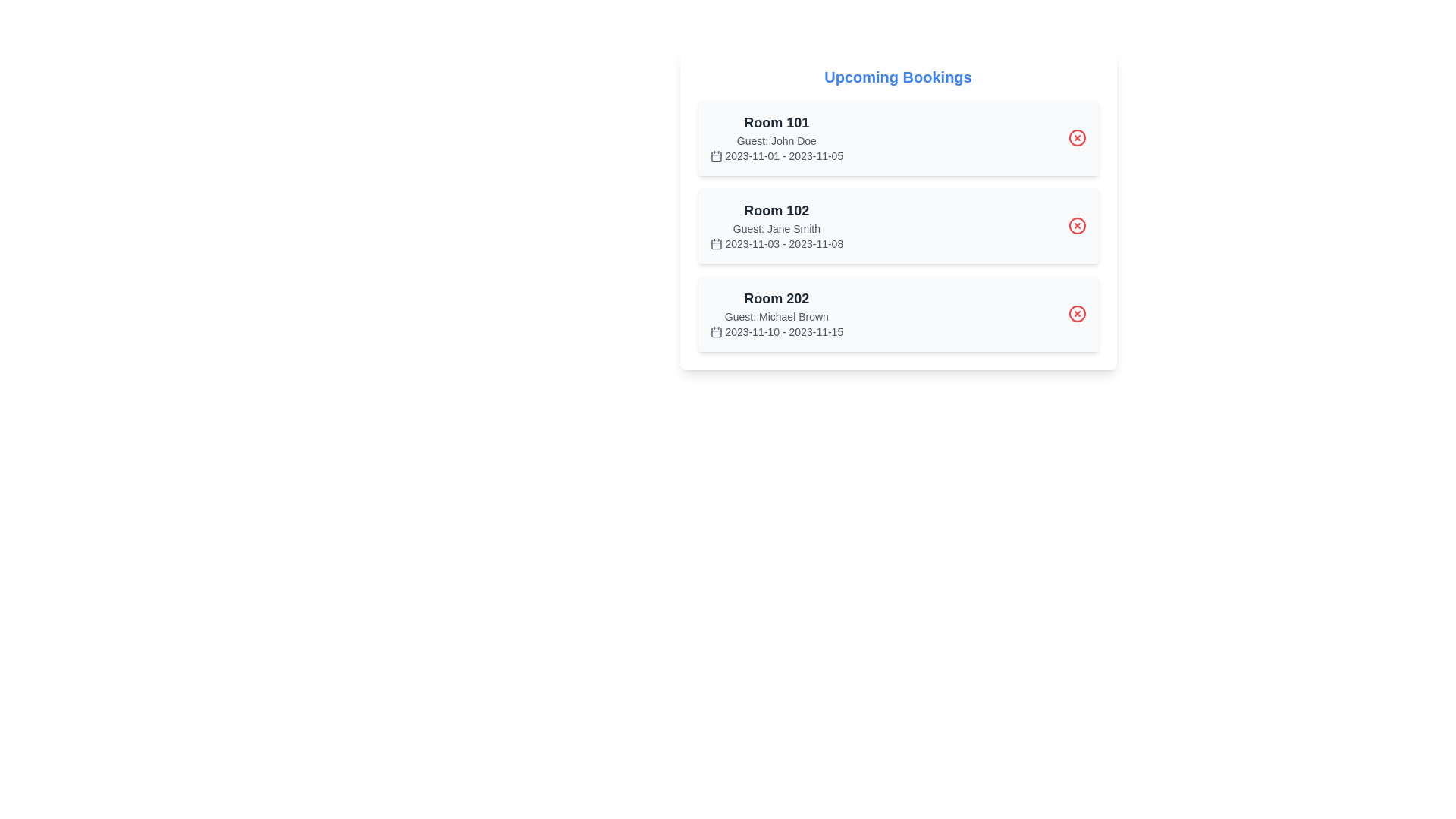  Describe the element at coordinates (777, 331) in the screenshot. I see `the text label indicating the booking period for Room 202` at that location.